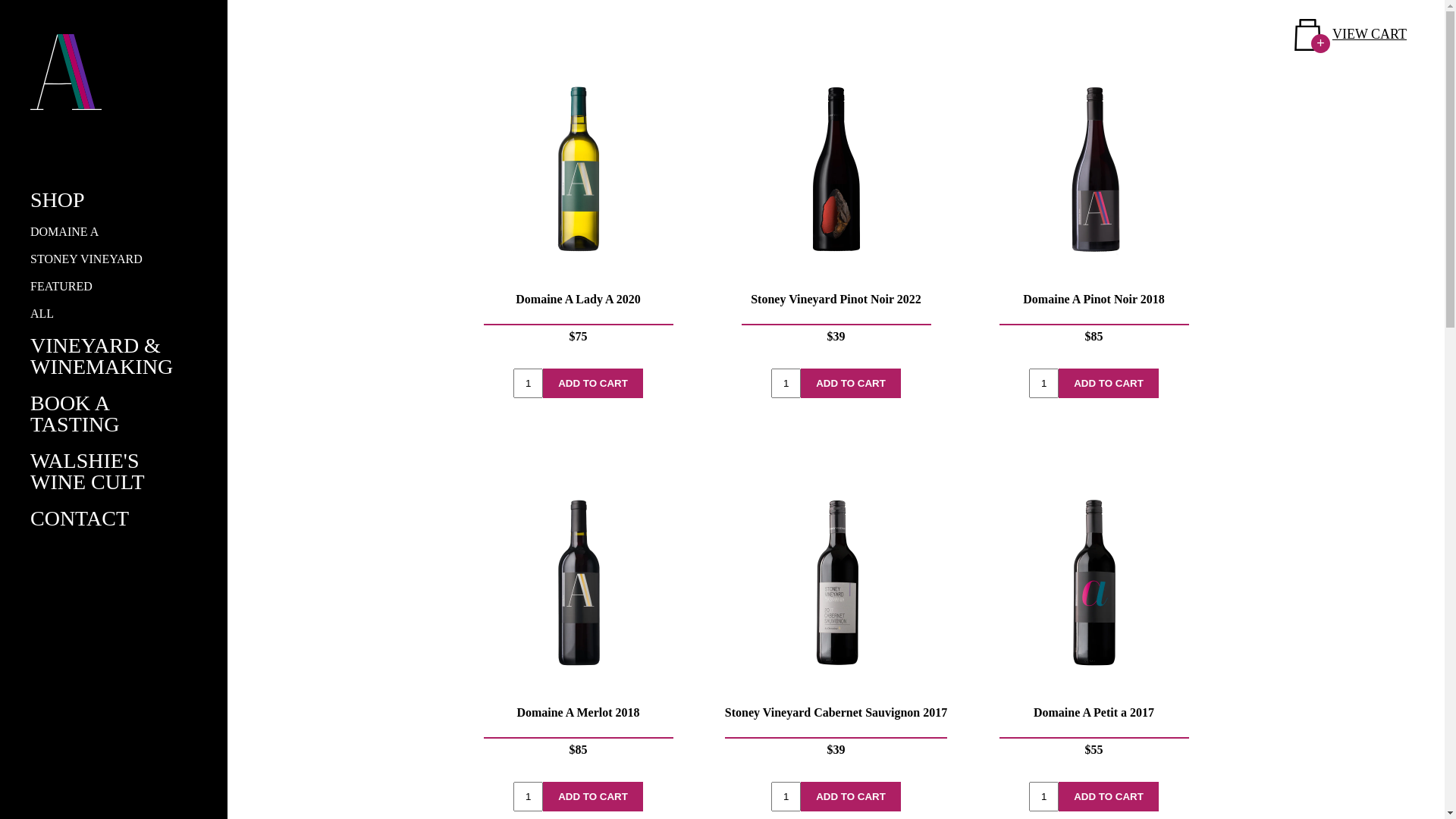 This screenshot has height=819, width=1456. I want to click on 'ADD TO CART', so click(1109, 795).